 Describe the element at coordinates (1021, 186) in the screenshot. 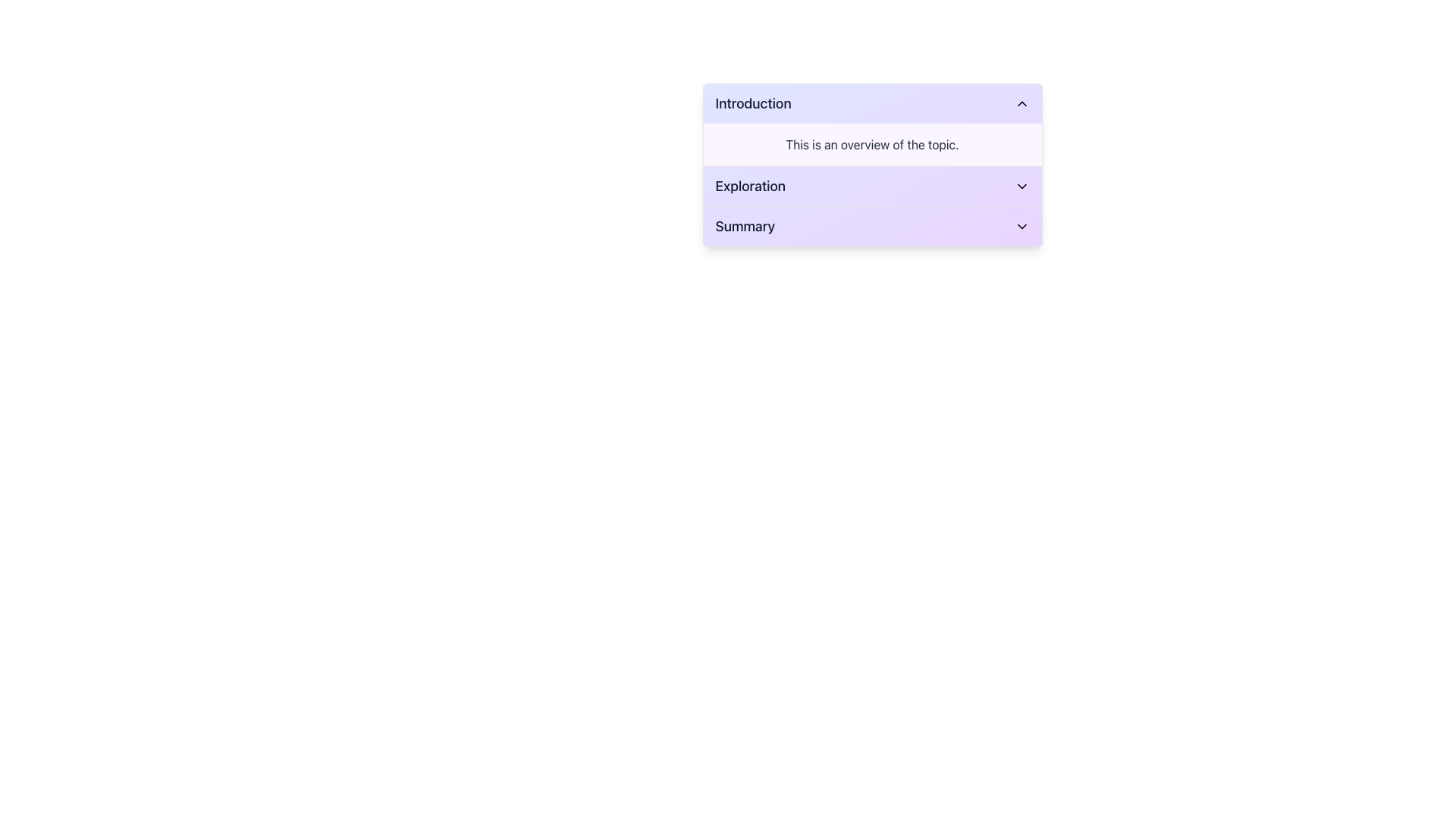

I see `the Dropdown indicator icon located near the rightmost edge of the horizontal bar labeled 'Exploration'` at that location.